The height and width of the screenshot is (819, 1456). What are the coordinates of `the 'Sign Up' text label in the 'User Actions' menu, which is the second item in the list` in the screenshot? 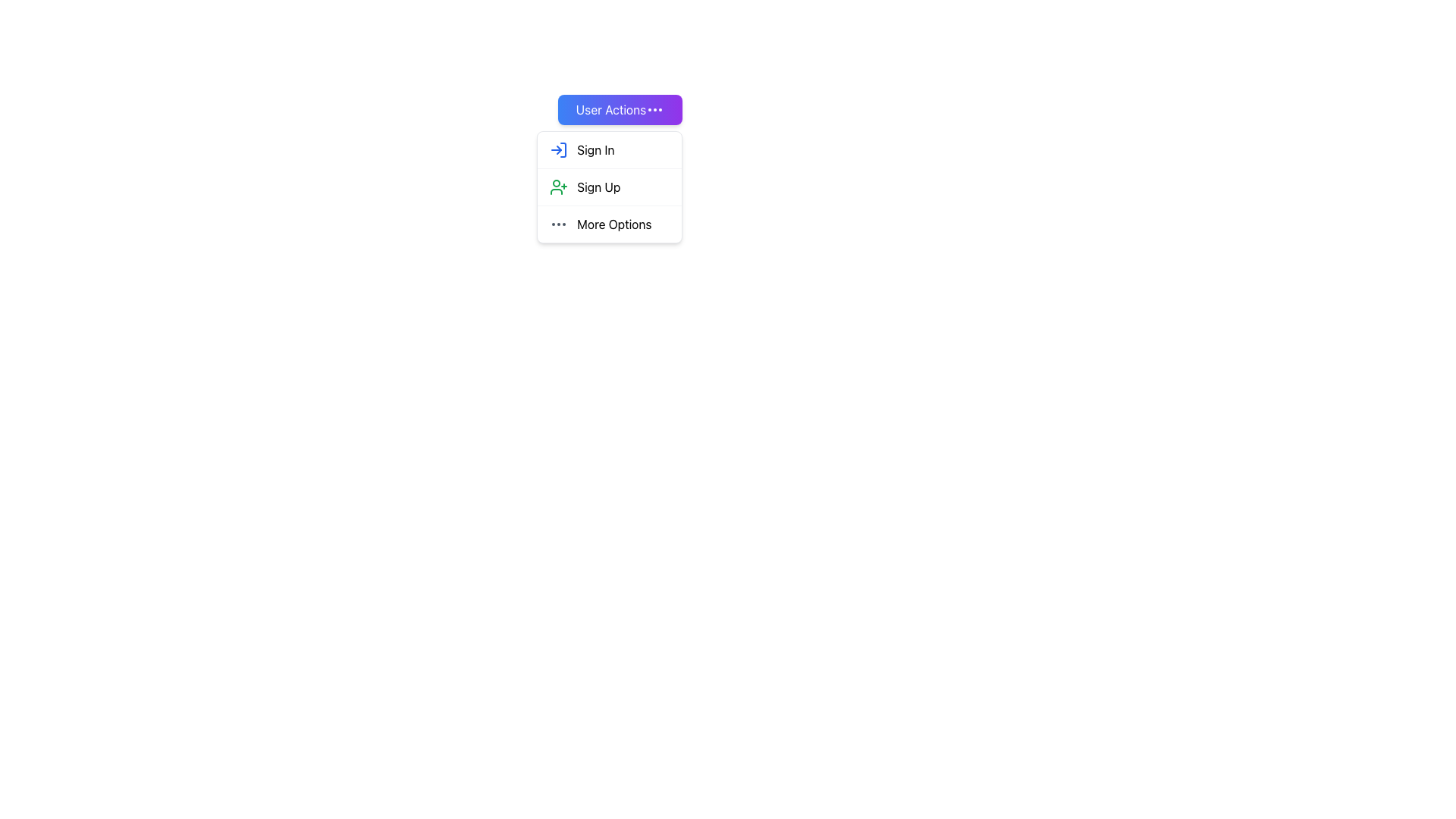 It's located at (598, 186).